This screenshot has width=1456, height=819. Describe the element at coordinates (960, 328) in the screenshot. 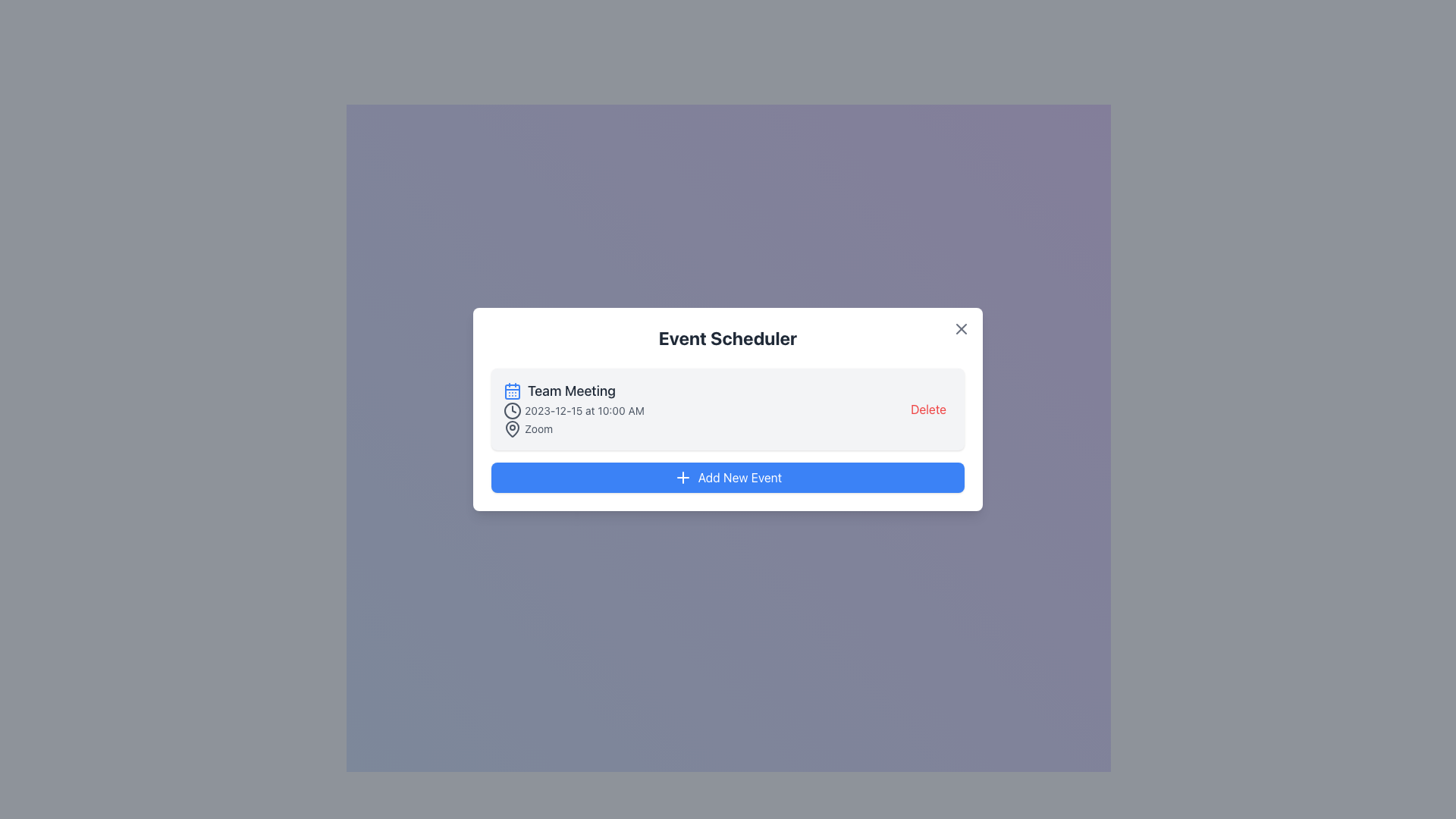

I see `the close button located in the top-right corner of the 'Event Scheduler' card to trigger a visual color change` at that location.